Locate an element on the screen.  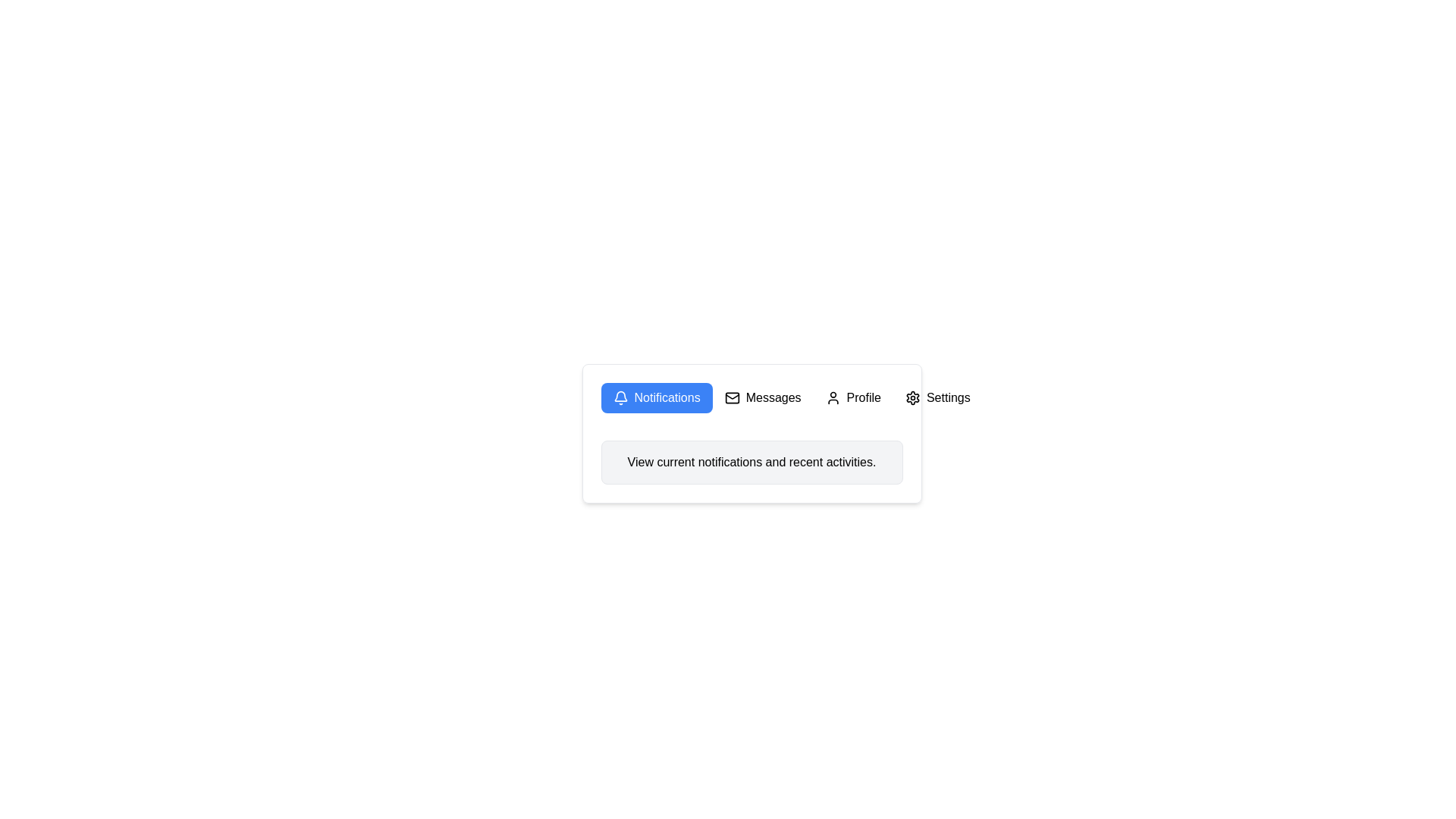
the notification icon located at the leftmost side of the blue 'Notifications' button is located at coordinates (620, 397).